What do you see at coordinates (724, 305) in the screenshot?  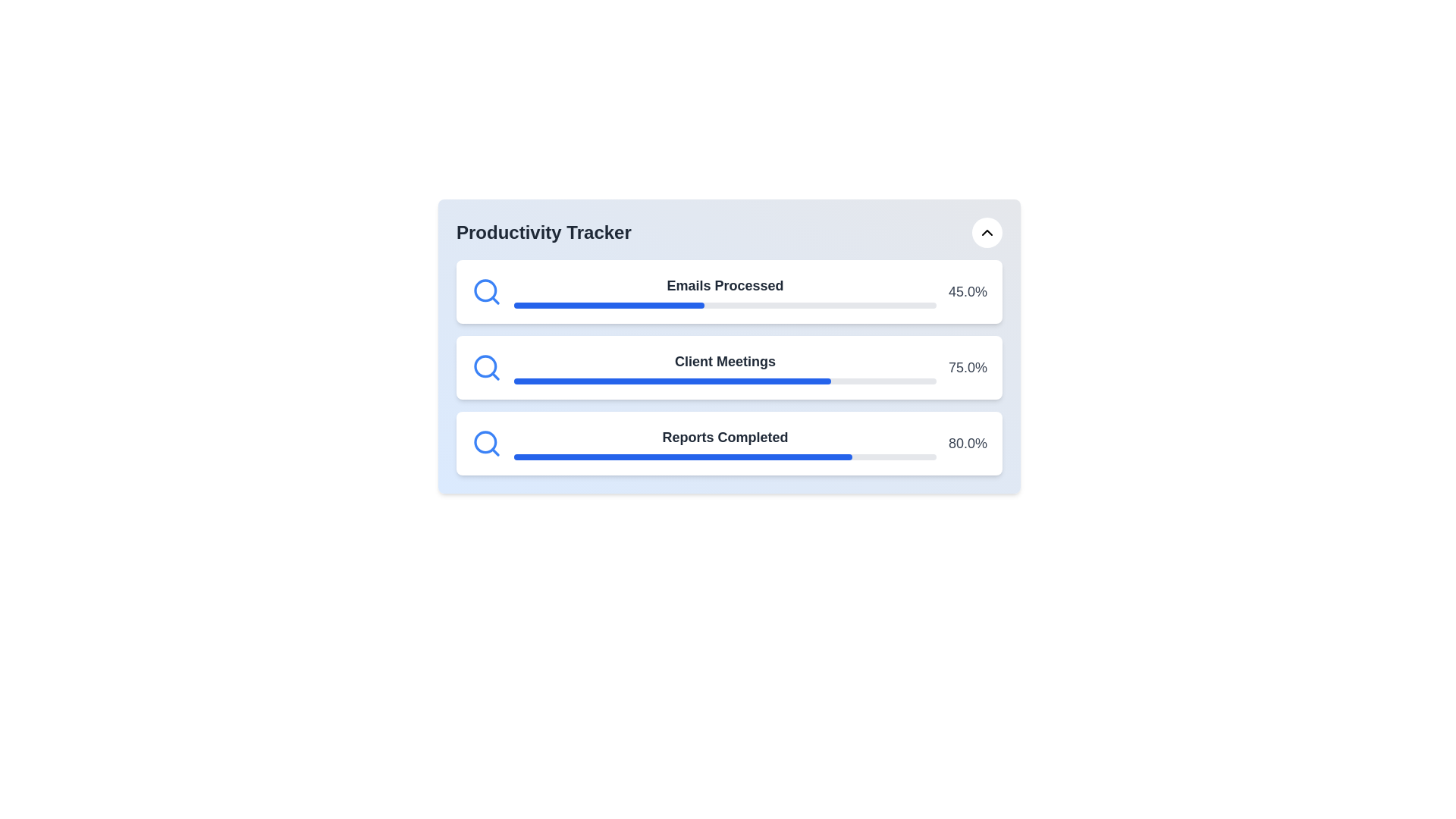 I see `the Progress Bar displaying the proportion of 'Emails Processed', located in the 'Emails Processed' section of the 'Productivity Tracker' interface, situated below the label 'Emails Processed'` at bounding box center [724, 305].